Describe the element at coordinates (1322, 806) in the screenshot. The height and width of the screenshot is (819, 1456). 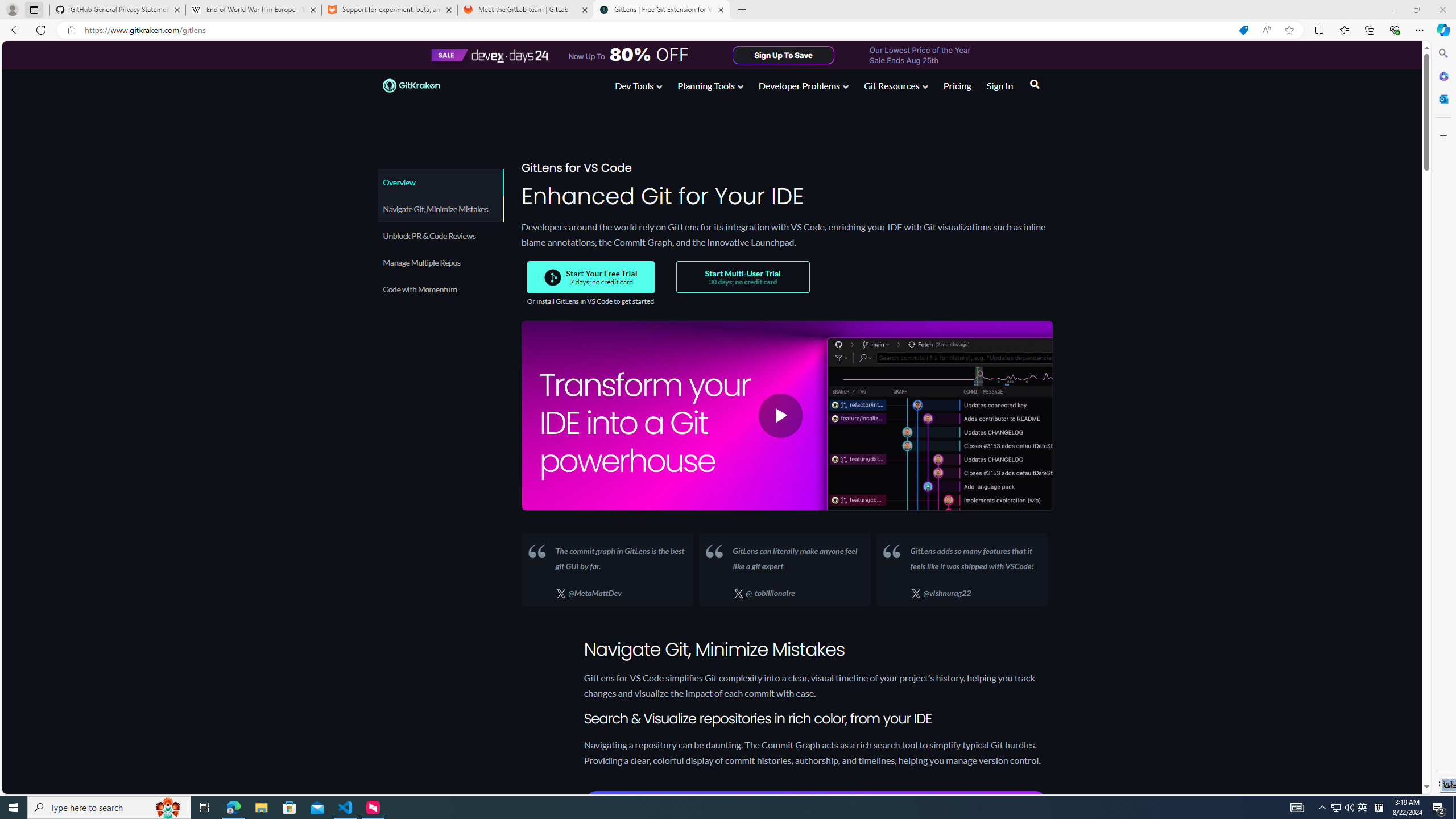
I see `'Notification Chevron'` at that location.